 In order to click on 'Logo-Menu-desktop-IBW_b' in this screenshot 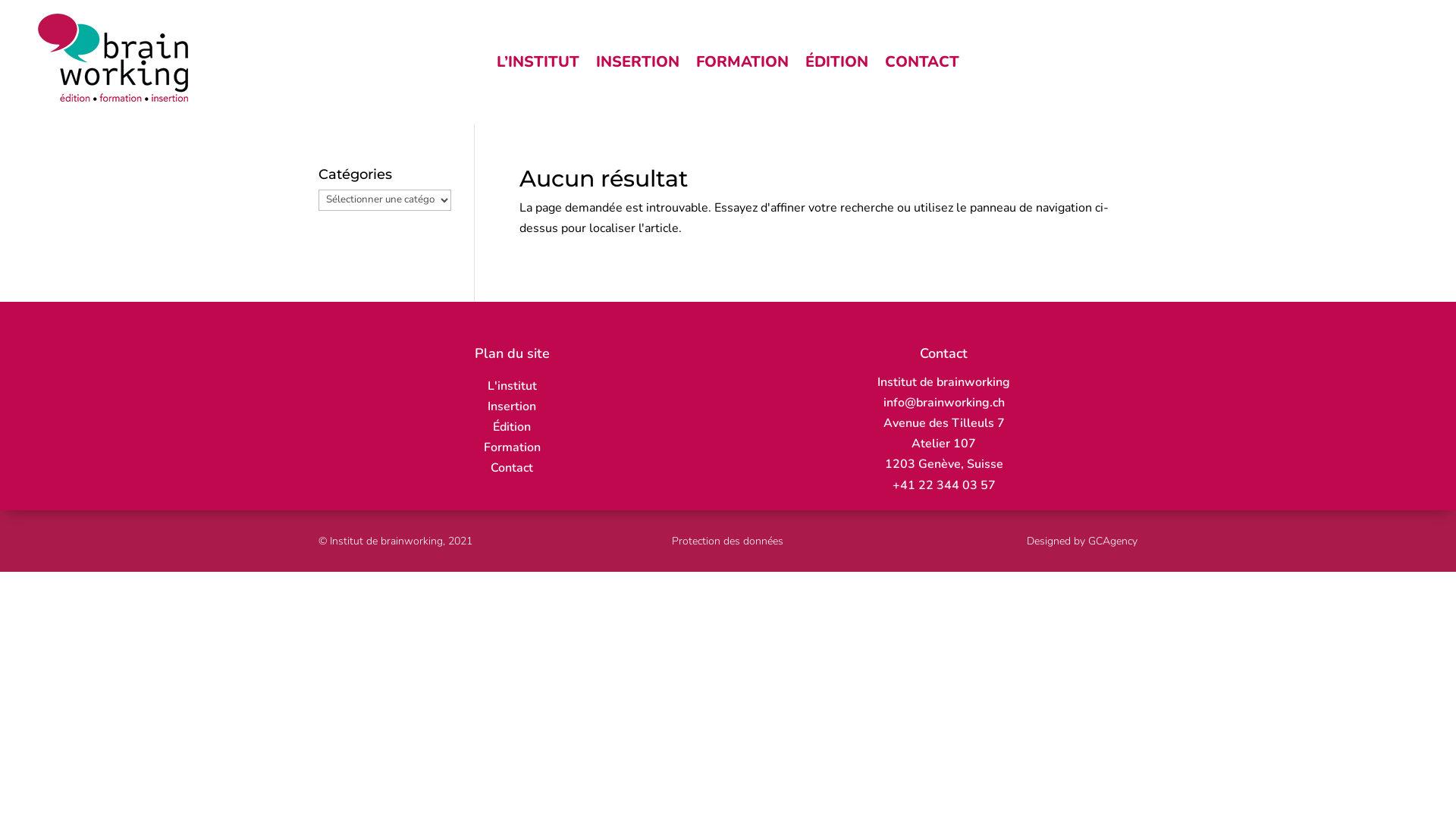, I will do `click(112, 57)`.